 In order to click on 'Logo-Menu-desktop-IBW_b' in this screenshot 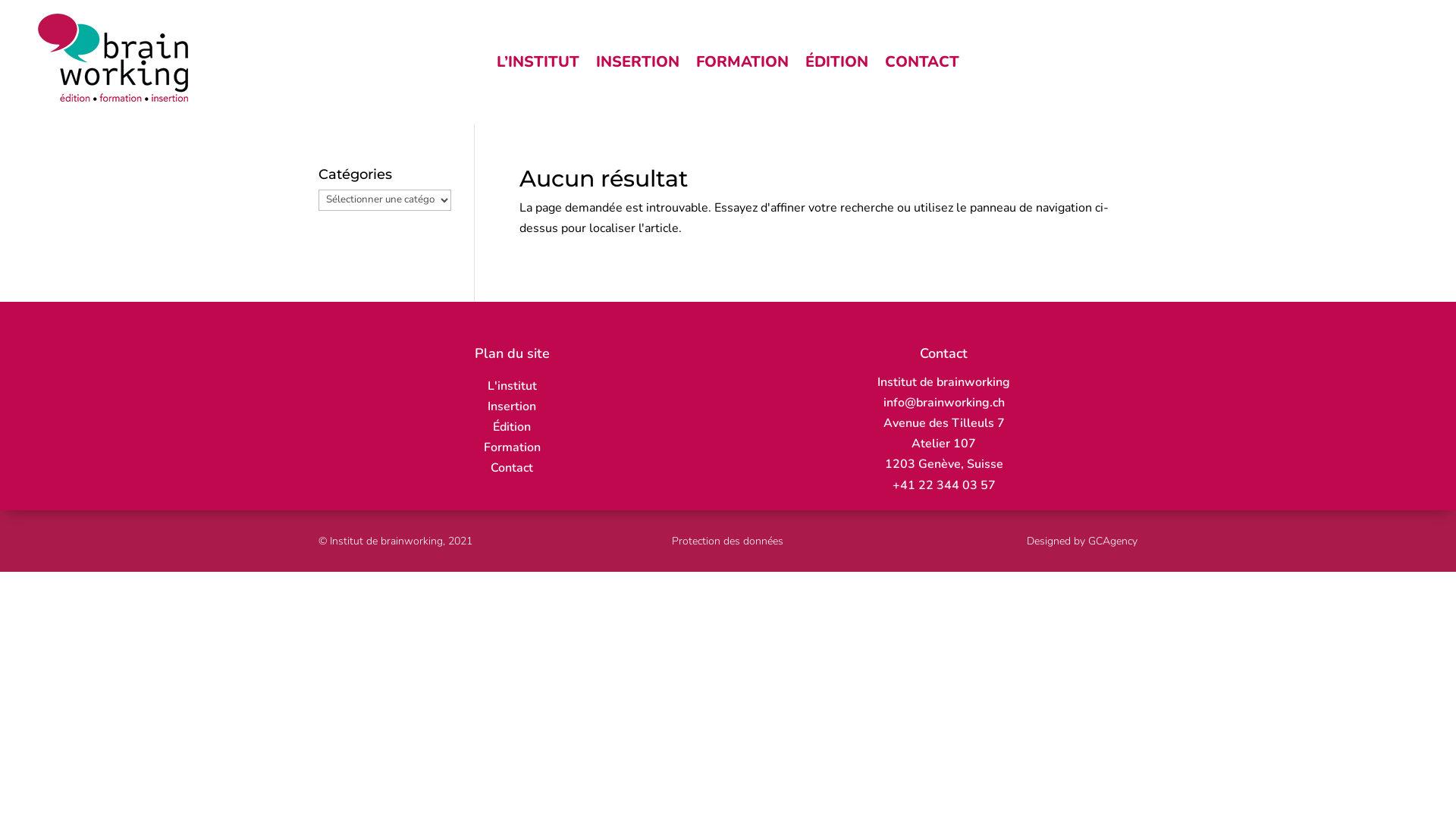, I will do `click(112, 57)`.